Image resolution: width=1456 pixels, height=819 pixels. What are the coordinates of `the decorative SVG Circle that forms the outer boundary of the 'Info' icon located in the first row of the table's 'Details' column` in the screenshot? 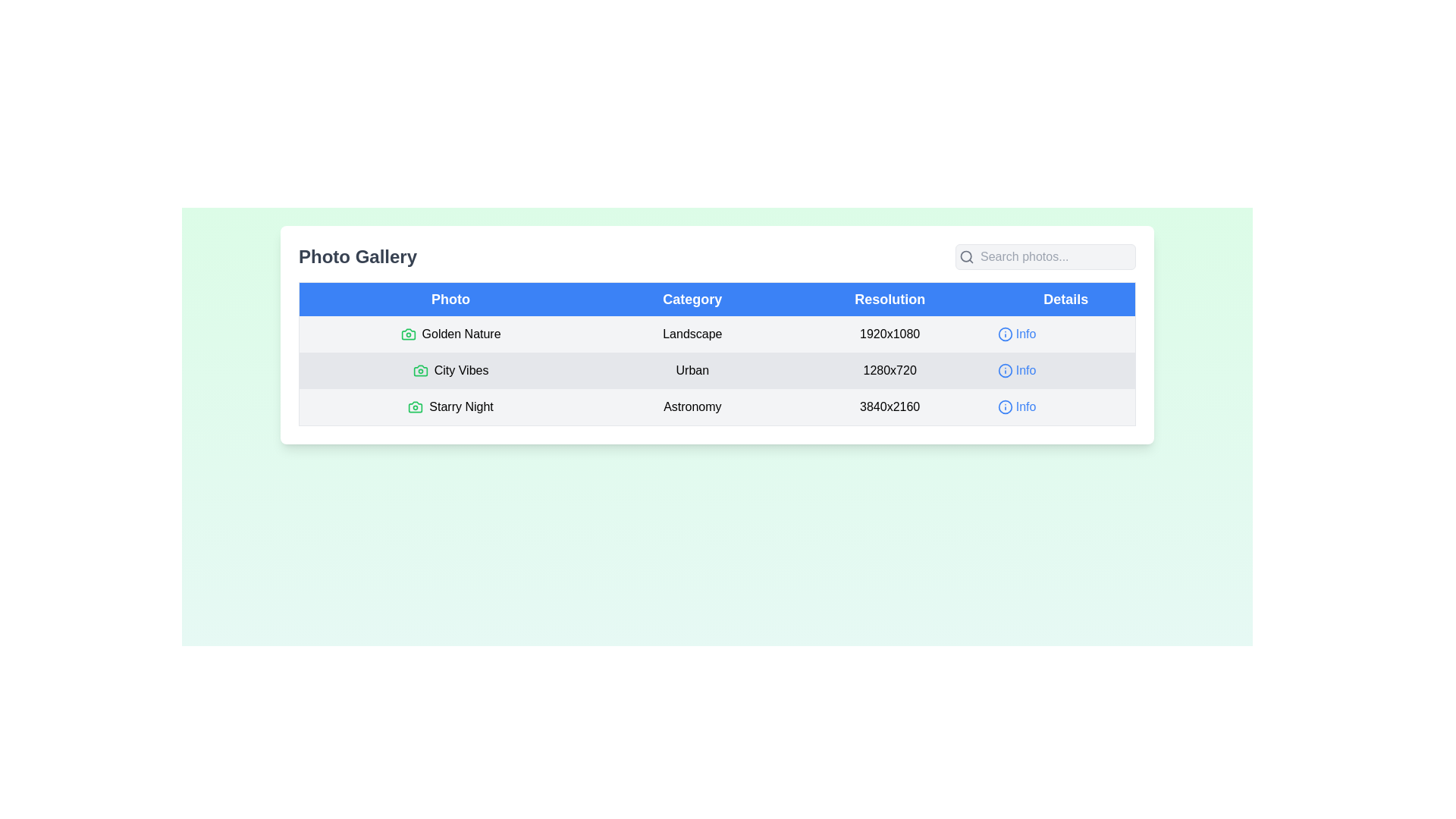 It's located at (1005, 333).